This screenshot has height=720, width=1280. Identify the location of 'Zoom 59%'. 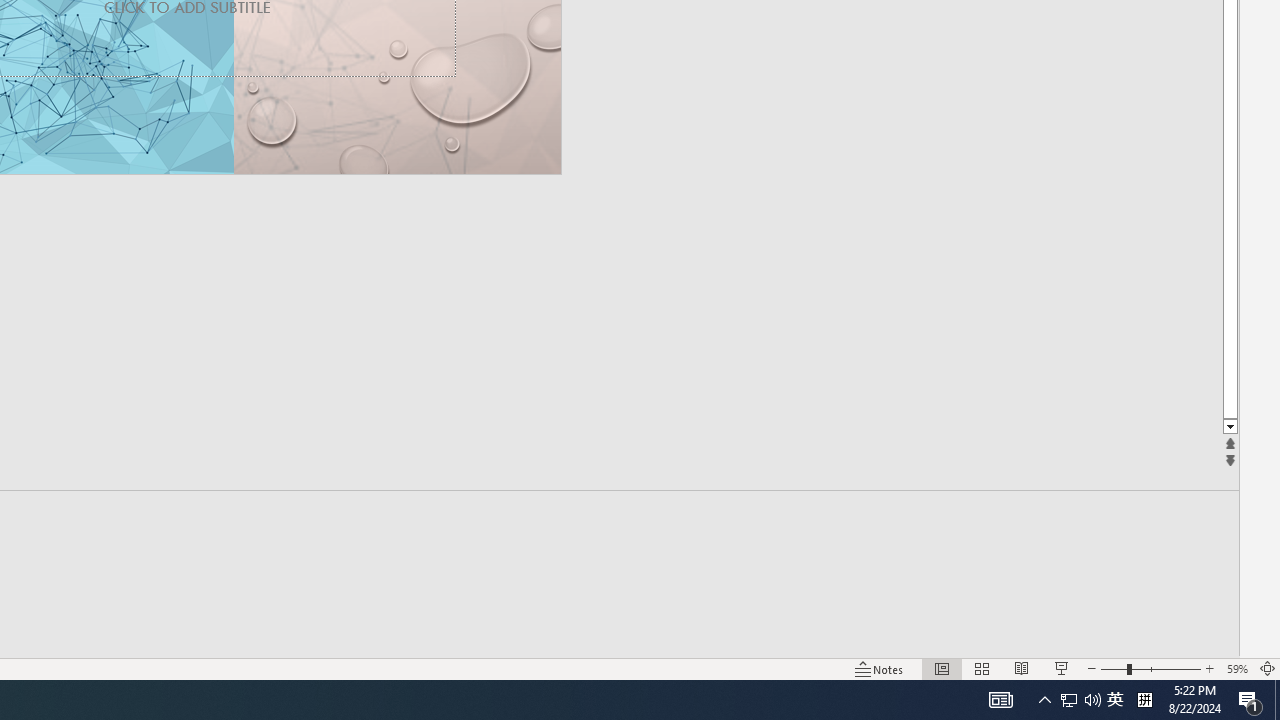
(1236, 669).